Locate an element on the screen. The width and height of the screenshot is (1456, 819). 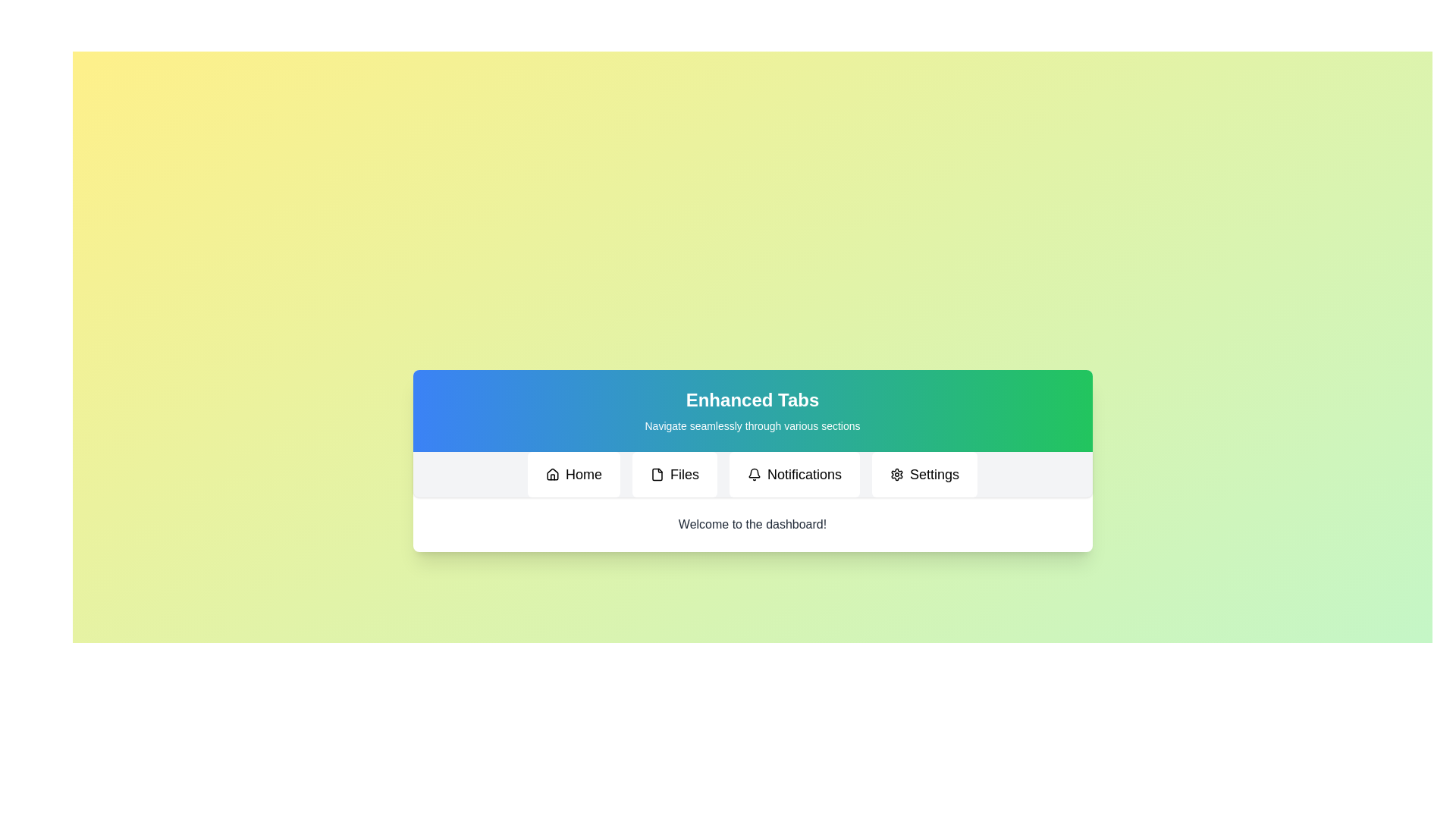
the 'Files' tab icon located on the left side of the 'Files' tab's label is located at coordinates (657, 473).